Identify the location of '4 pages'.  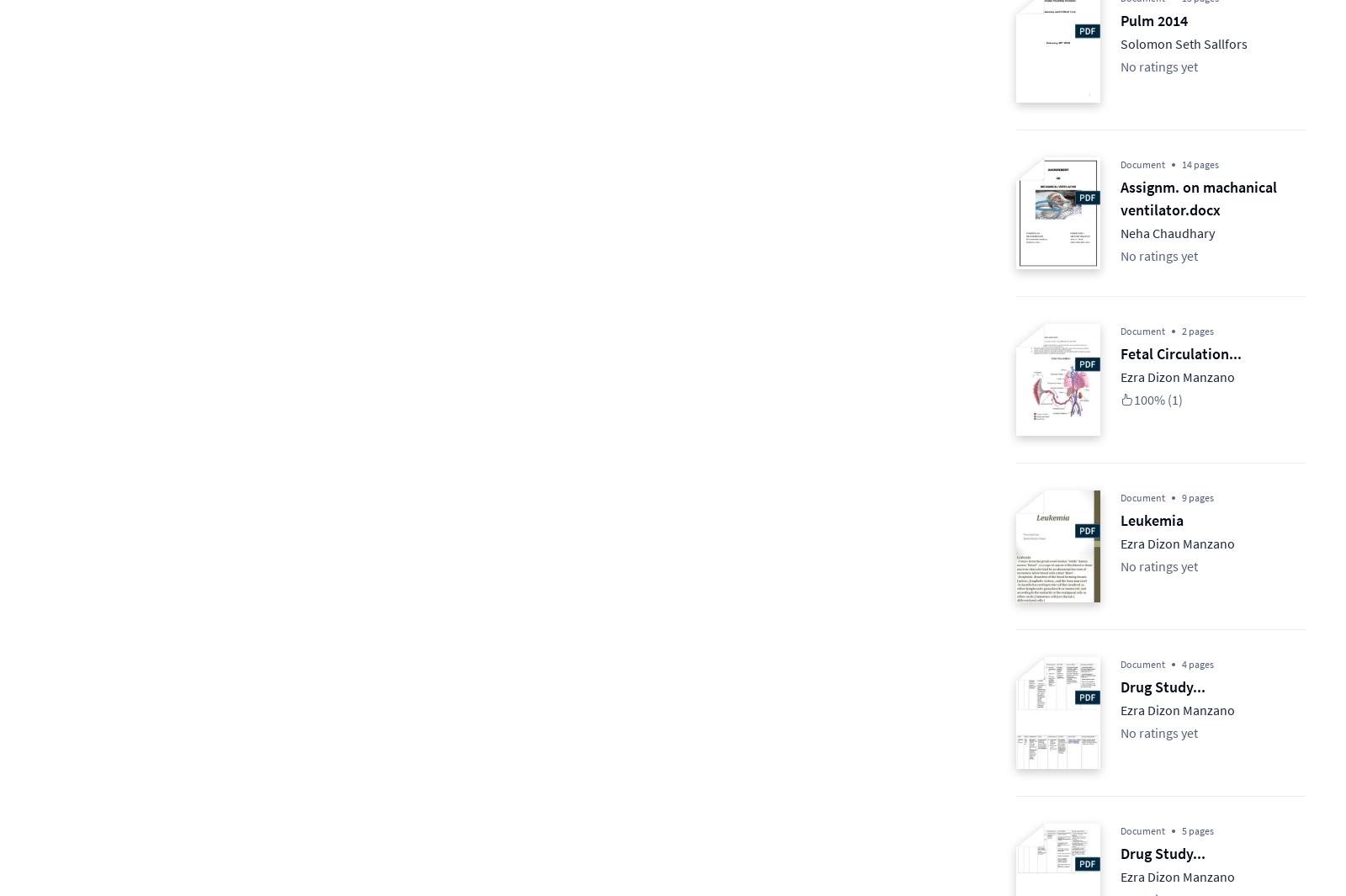
(1181, 664).